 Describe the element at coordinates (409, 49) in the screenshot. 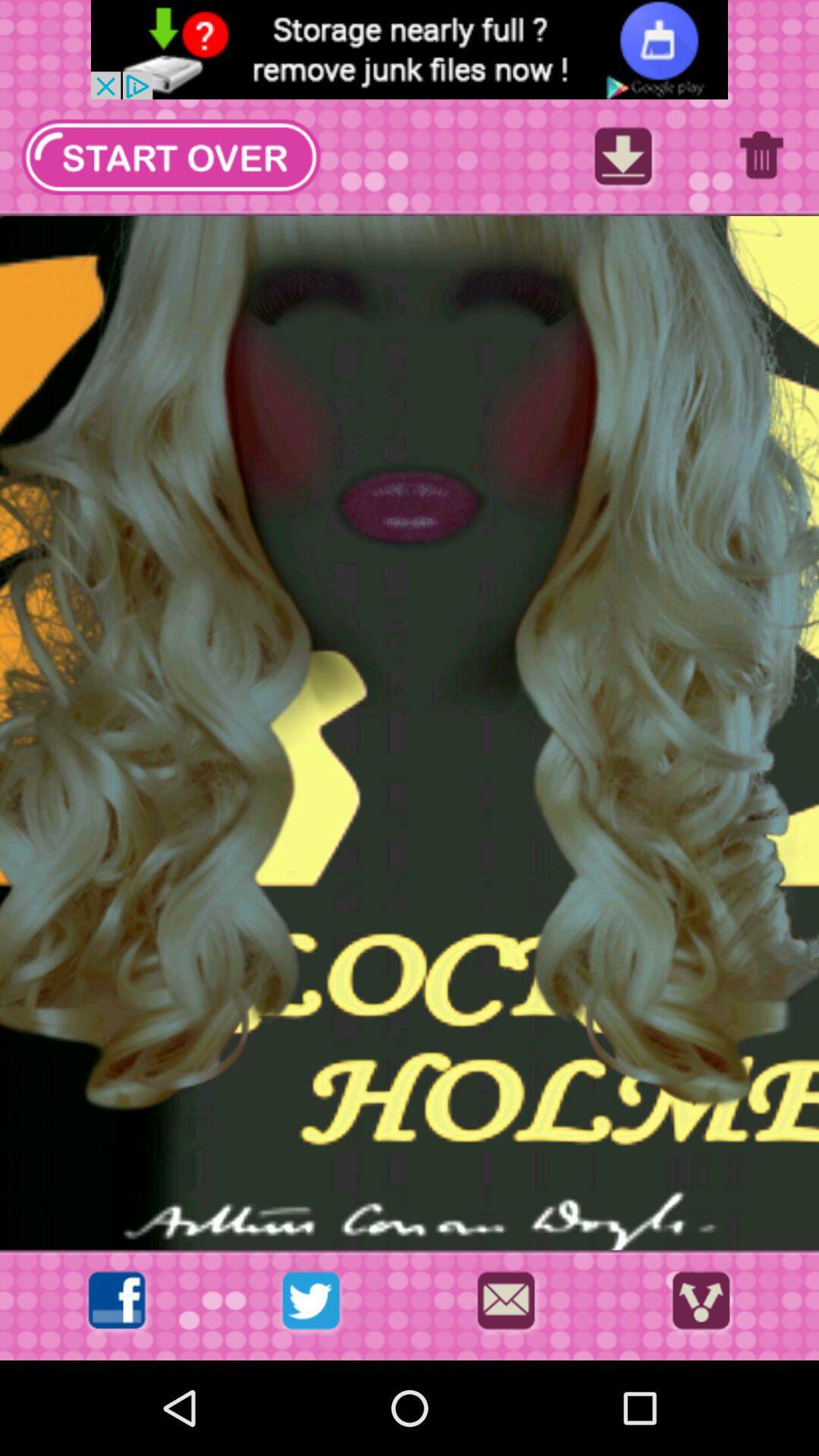

I see `open advertisement` at that location.